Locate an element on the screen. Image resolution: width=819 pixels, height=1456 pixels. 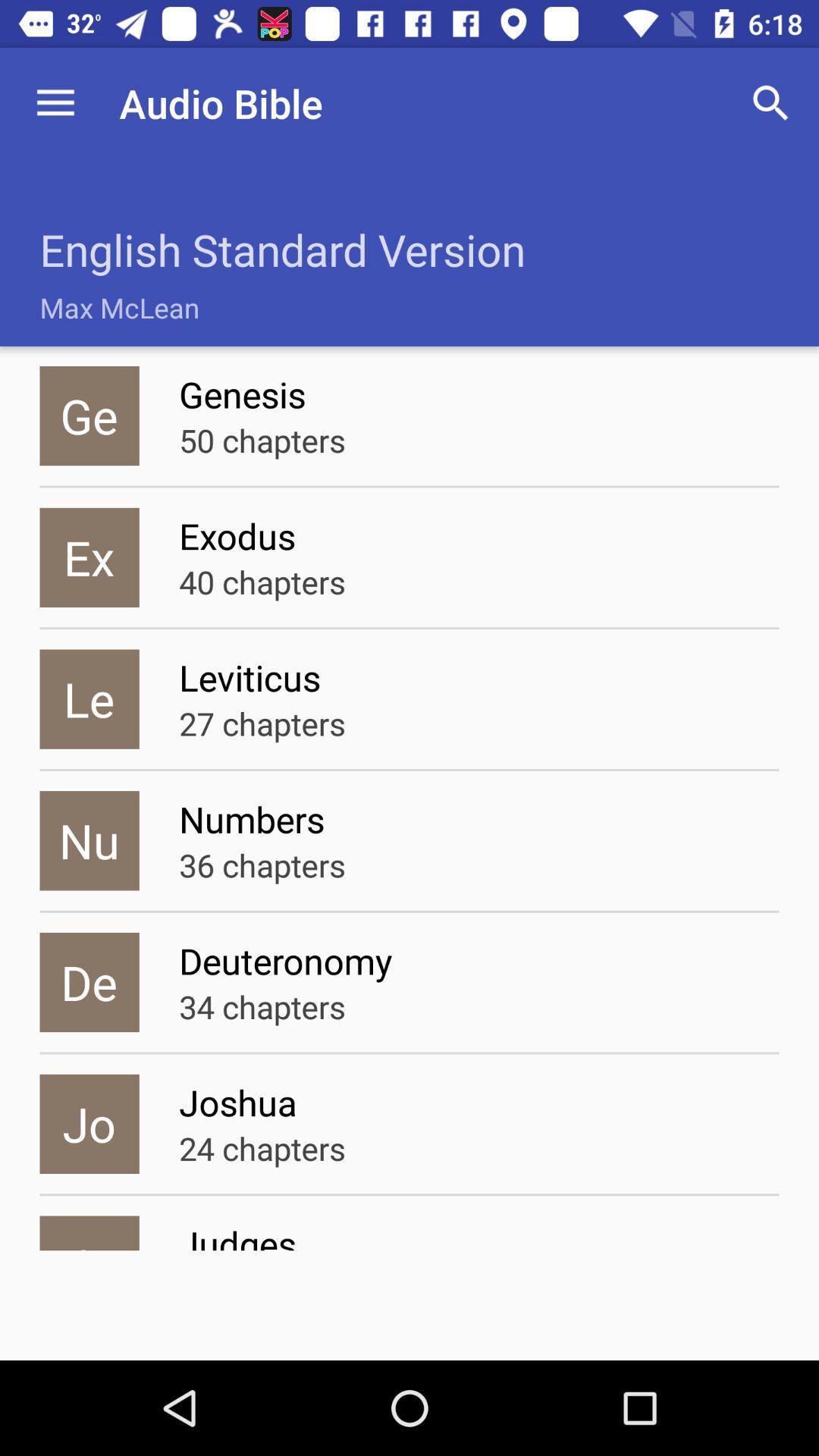
icon next to the ge is located at coordinates (262, 439).